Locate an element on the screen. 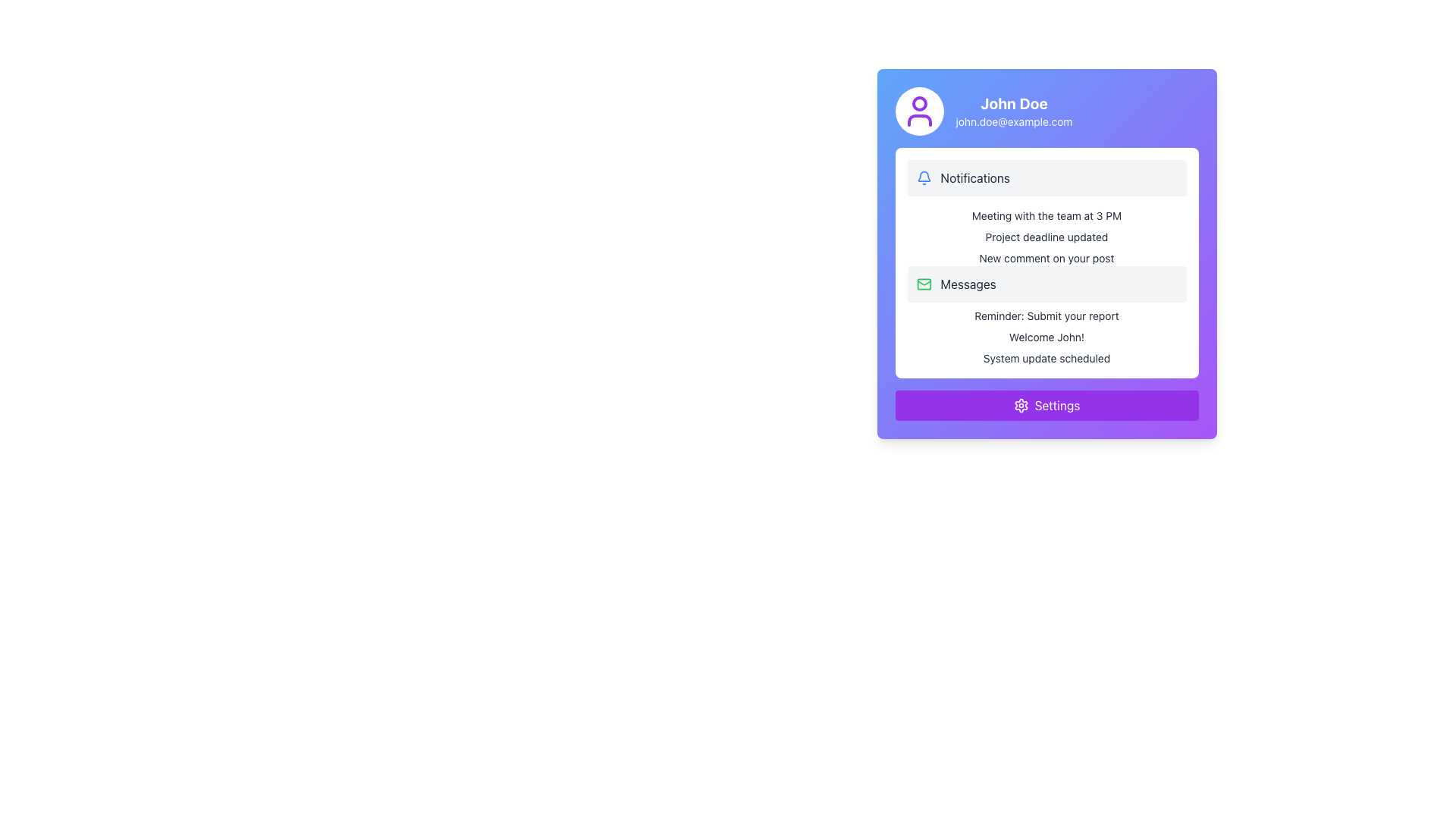 The image size is (1456, 819). the informational text that serves as a reminder, positioned below the 'Messages' heading and above the messages 'Welcome John!' and 'System update scheduled' is located at coordinates (1046, 315).